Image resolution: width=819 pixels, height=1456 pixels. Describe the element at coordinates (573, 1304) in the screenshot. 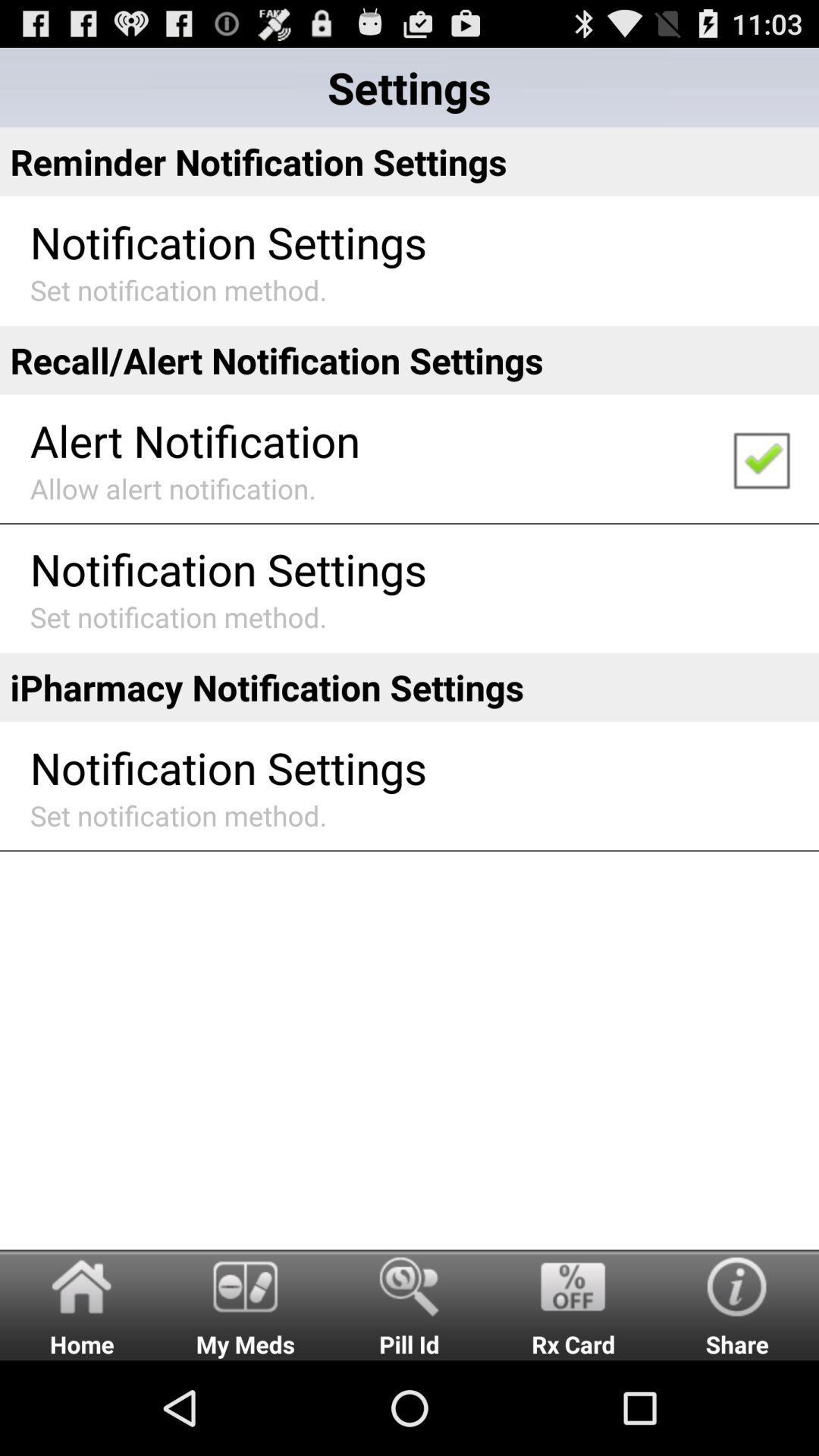

I see `the radio button to the left of share item` at that location.